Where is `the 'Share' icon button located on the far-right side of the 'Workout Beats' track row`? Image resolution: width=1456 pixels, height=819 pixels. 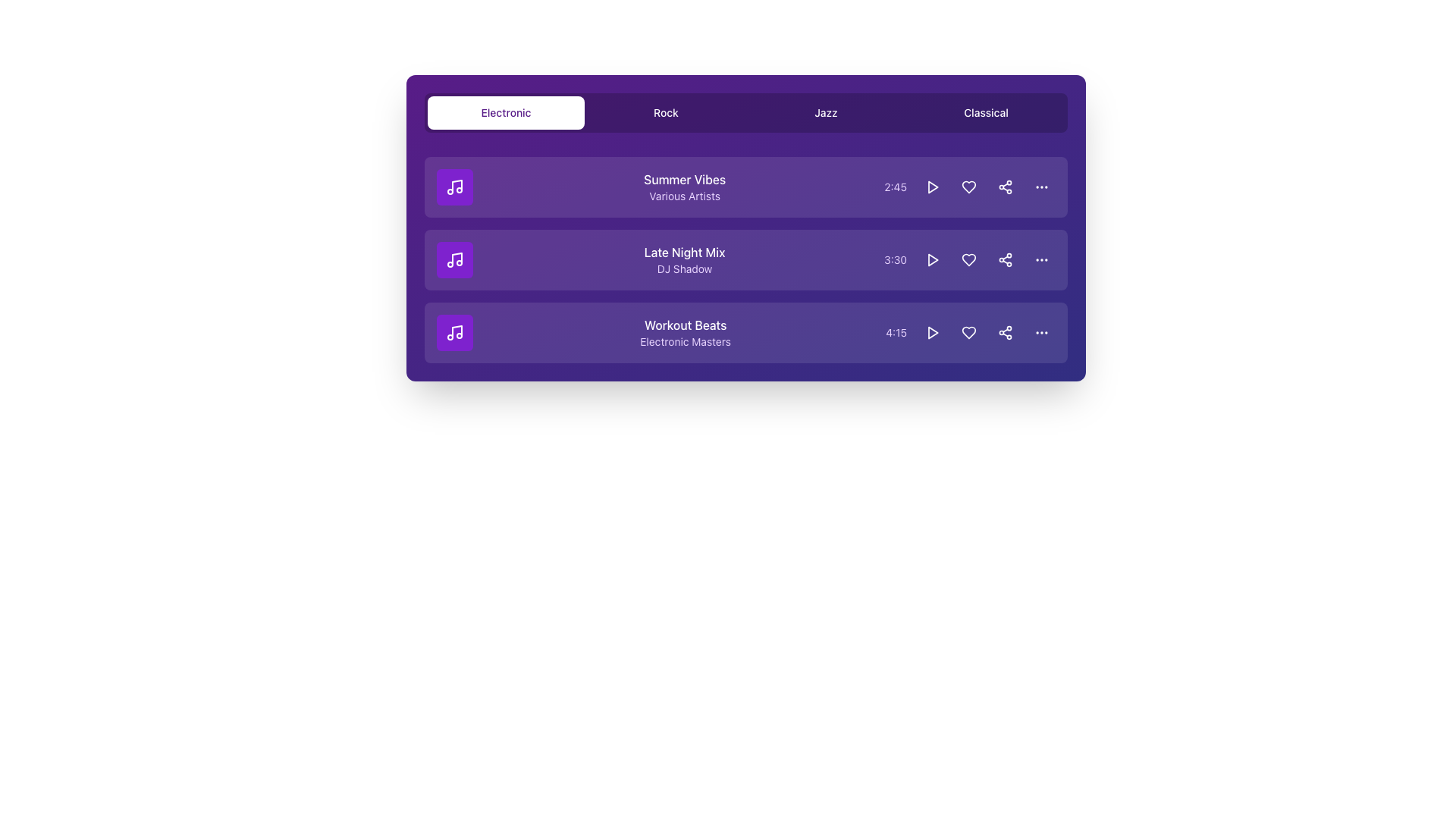 the 'Share' icon button located on the far-right side of the 'Workout Beats' track row is located at coordinates (1005, 332).